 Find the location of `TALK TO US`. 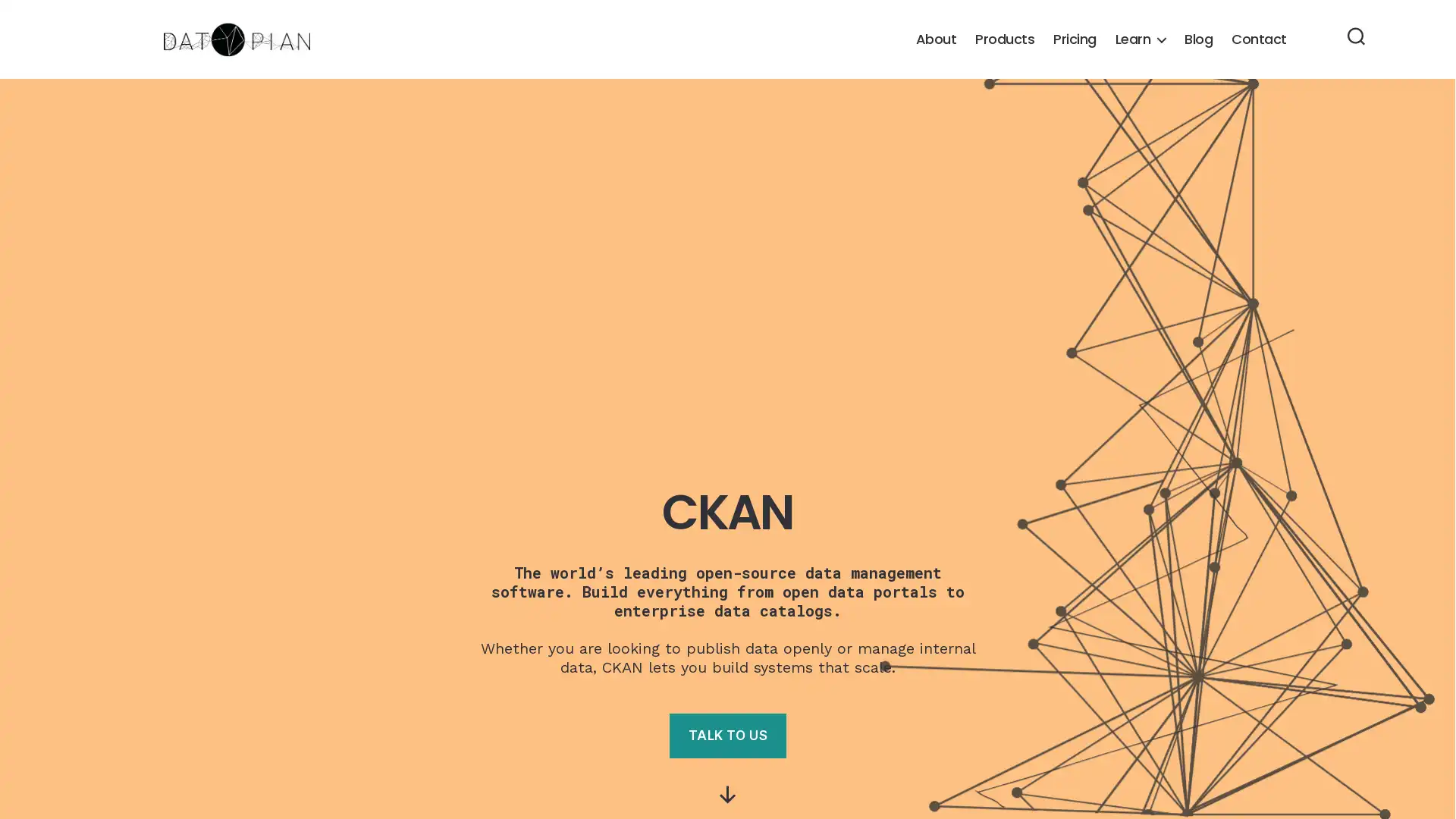

TALK TO US is located at coordinates (726, 735).